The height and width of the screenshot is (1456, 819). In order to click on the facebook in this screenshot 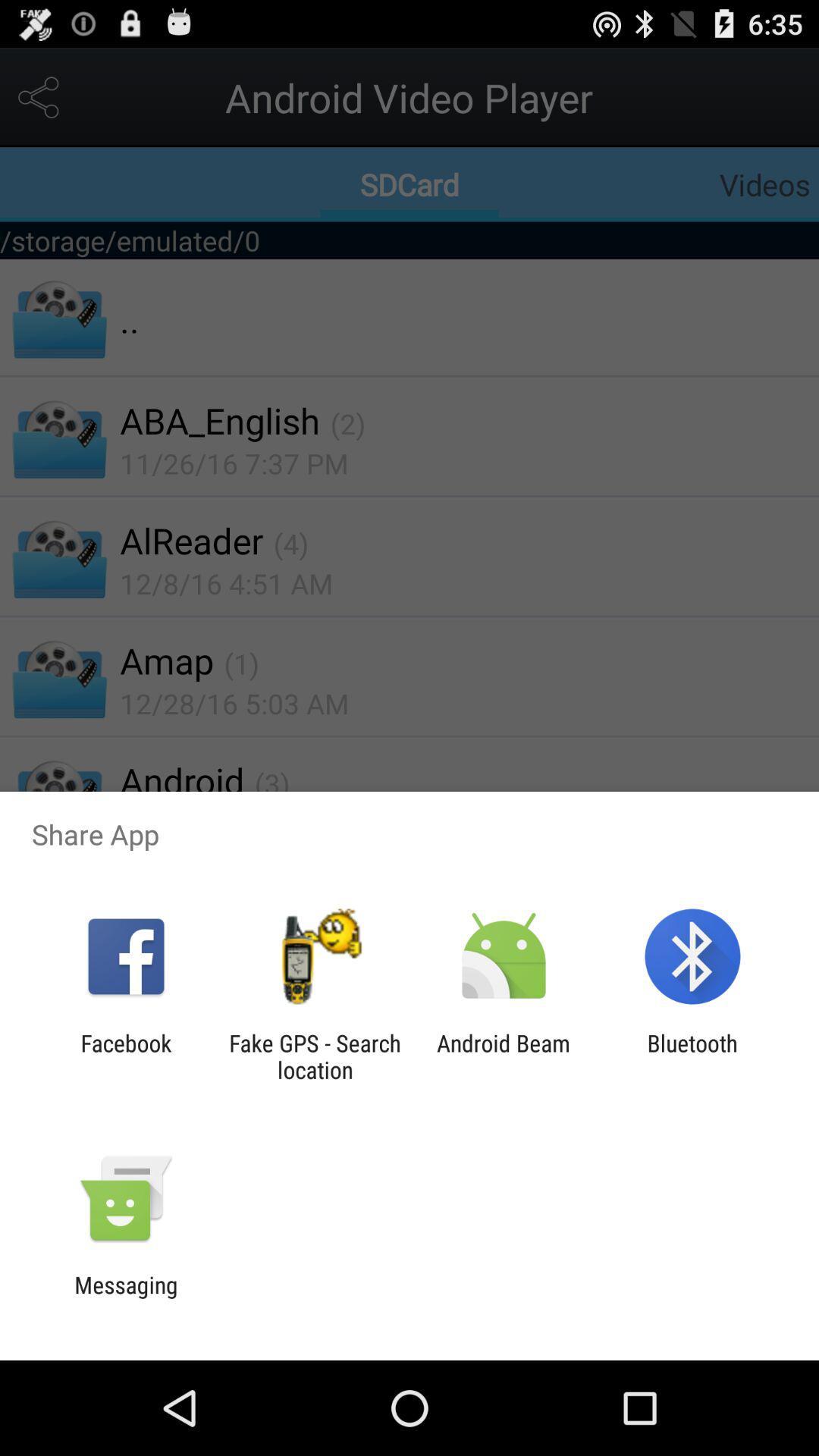, I will do `click(125, 1056)`.